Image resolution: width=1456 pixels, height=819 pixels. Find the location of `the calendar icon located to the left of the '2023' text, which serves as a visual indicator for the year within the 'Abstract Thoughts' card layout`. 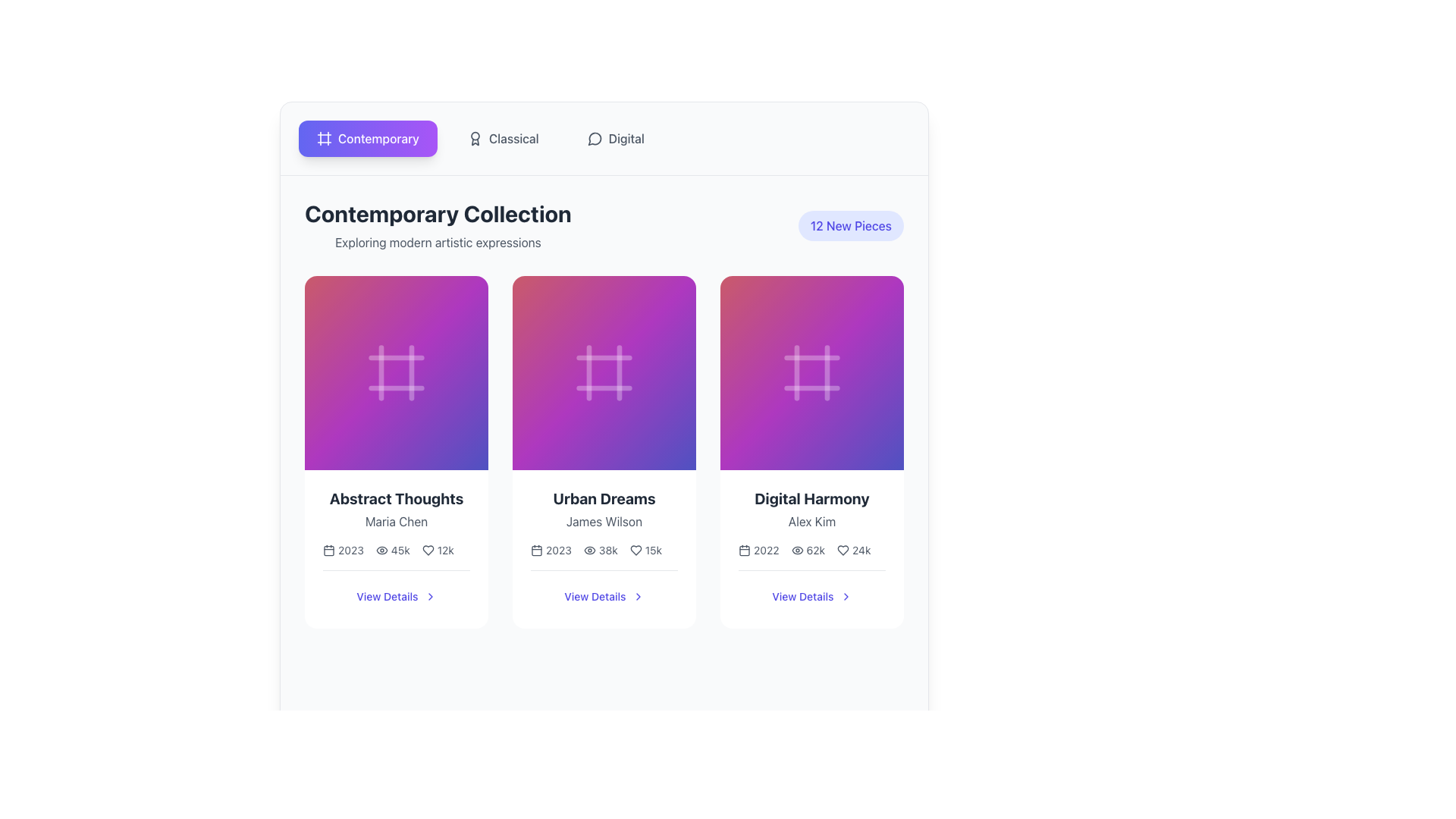

the calendar icon located to the left of the '2023' text, which serves as a visual indicator for the year within the 'Abstract Thoughts' card layout is located at coordinates (328, 550).